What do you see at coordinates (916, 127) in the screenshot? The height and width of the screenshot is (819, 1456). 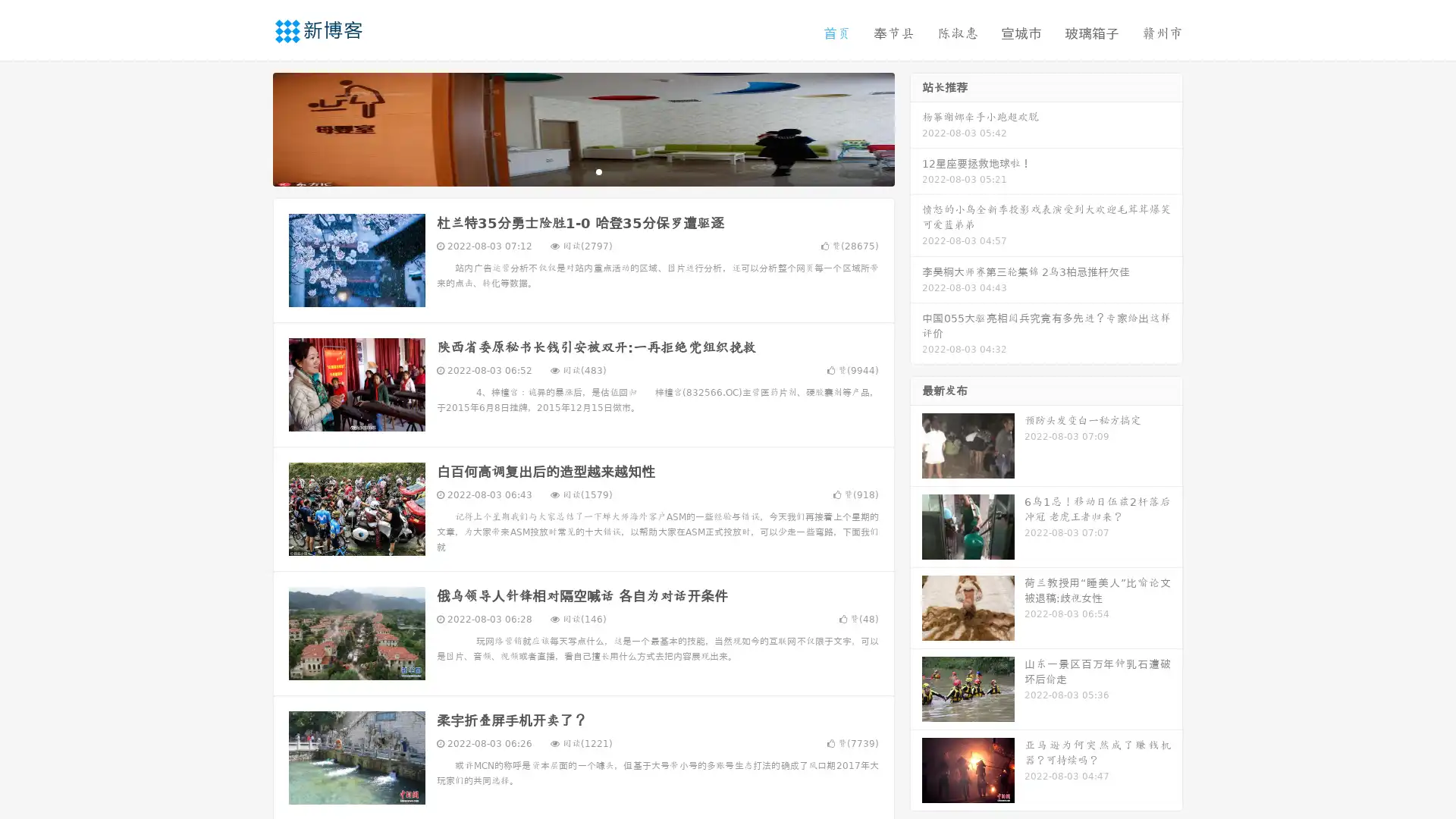 I see `Next slide` at bounding box center [916, 127].